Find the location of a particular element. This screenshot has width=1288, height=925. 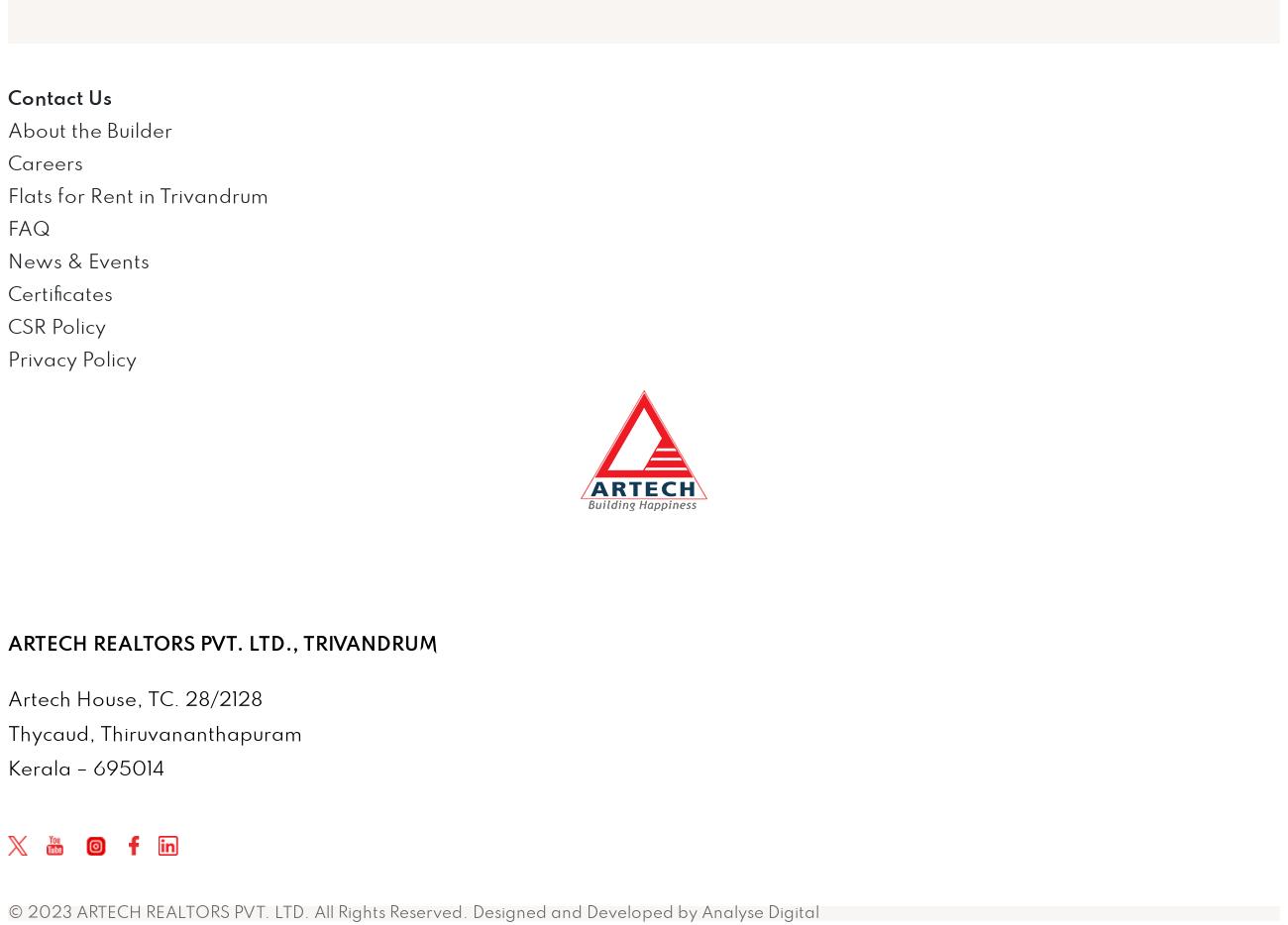

'CSR Policy' is located at coordinates (56, 328).